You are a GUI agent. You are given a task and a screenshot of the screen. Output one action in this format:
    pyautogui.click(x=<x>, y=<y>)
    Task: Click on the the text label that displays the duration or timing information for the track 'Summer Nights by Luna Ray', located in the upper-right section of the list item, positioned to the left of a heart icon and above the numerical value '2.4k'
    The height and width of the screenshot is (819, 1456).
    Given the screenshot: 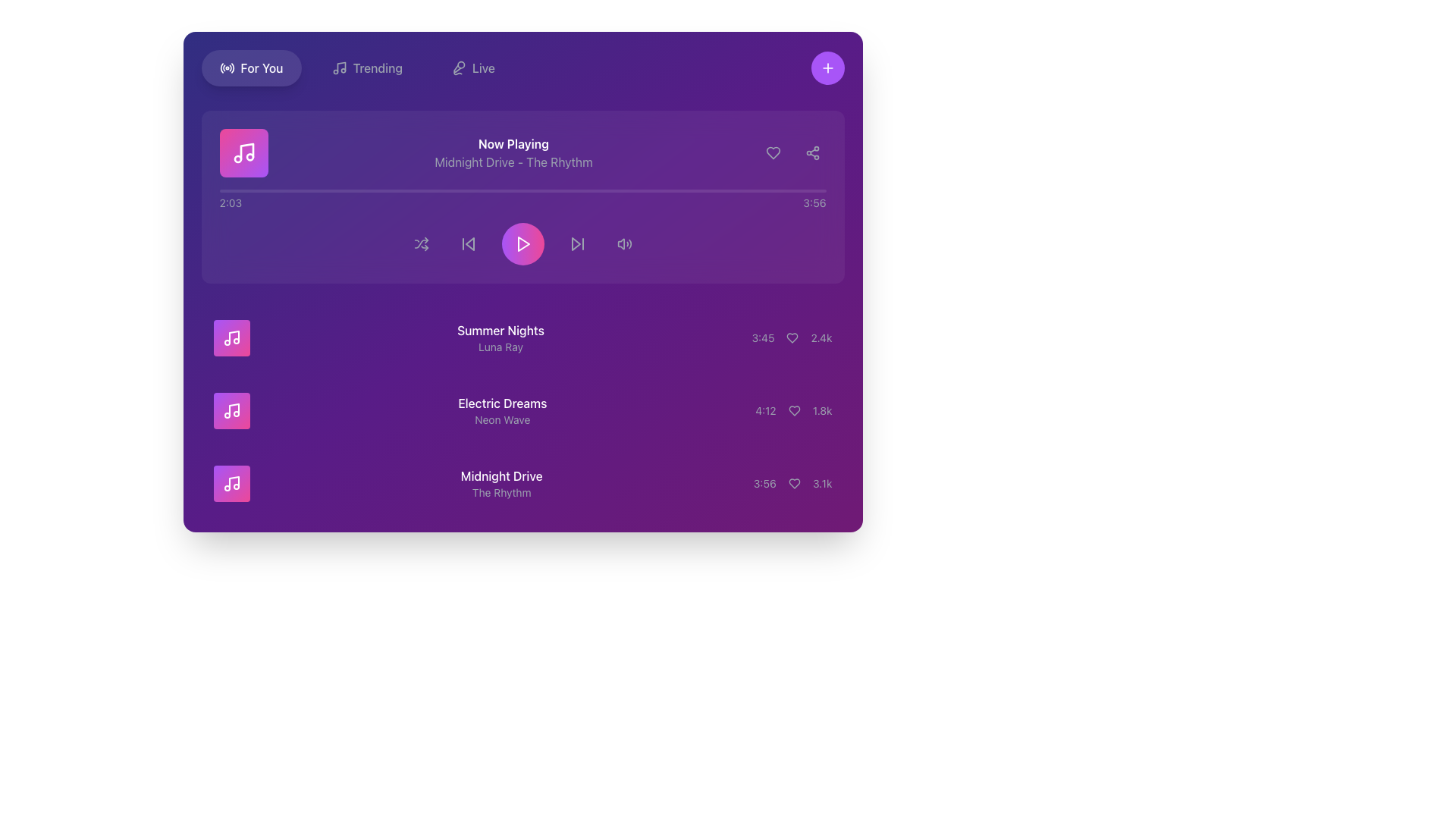 What is the action you would take?
    pyautogui.click(x=763, y=337)
    